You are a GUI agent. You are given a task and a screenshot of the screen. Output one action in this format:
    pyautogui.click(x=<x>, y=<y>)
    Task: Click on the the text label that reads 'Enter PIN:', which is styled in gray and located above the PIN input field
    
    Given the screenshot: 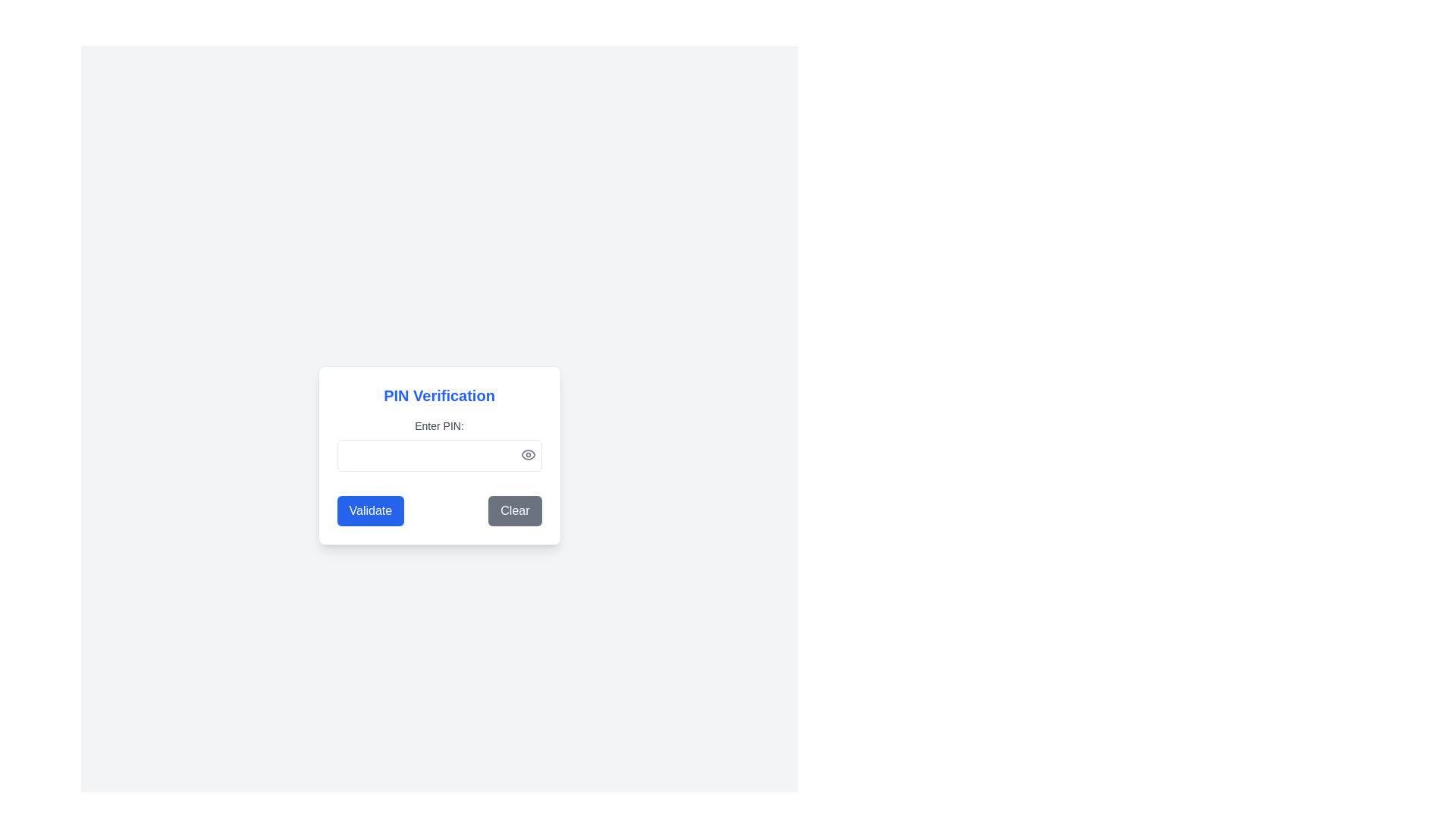 What is the action you would take?
    pyautogui.click(x=438, y=426)
    